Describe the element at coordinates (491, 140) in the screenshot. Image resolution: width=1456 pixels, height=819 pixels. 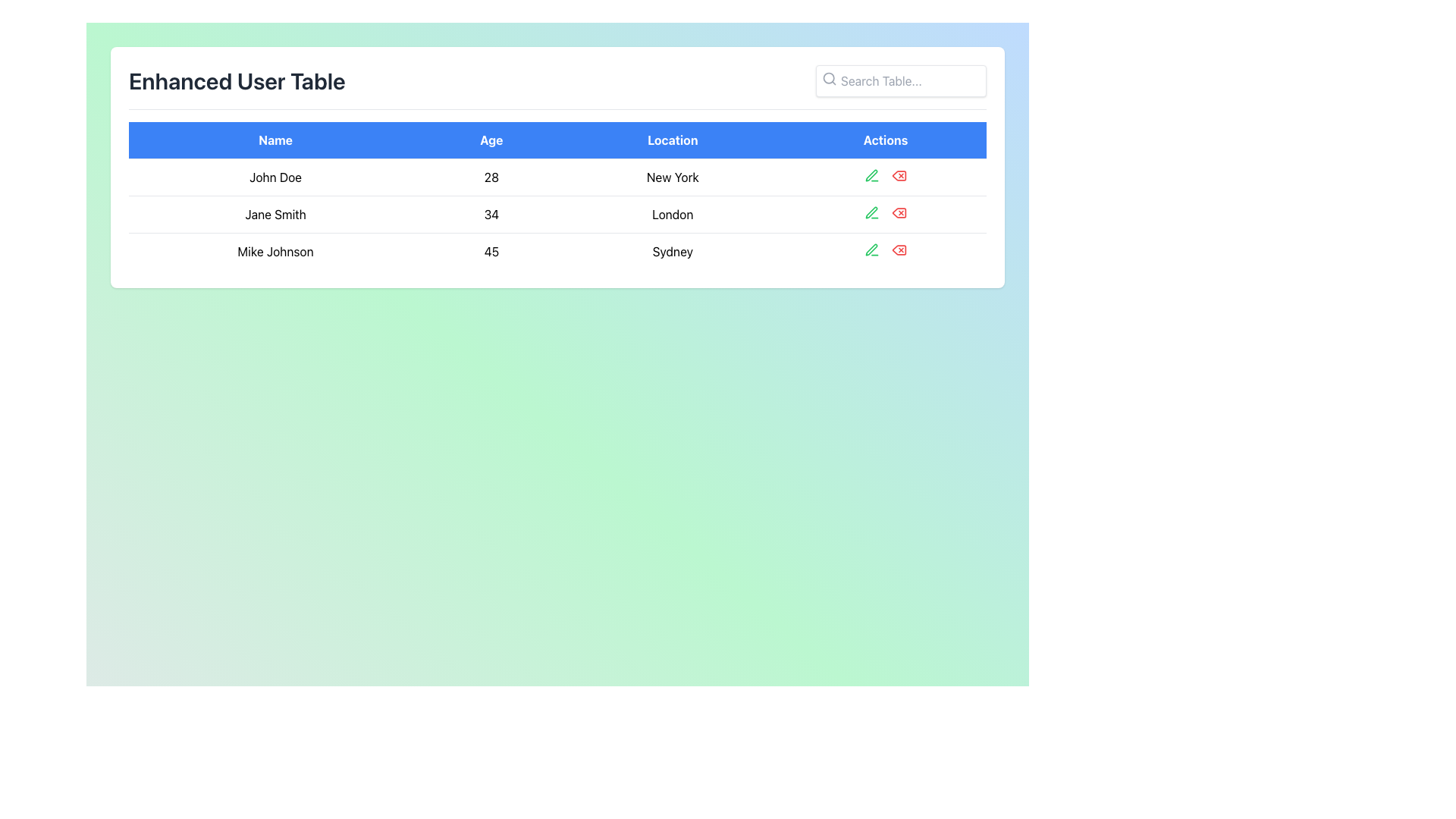
I see `the 'Age' column header in the table, which is the second column header positioned between 'Name' and 'Location'` at that location.